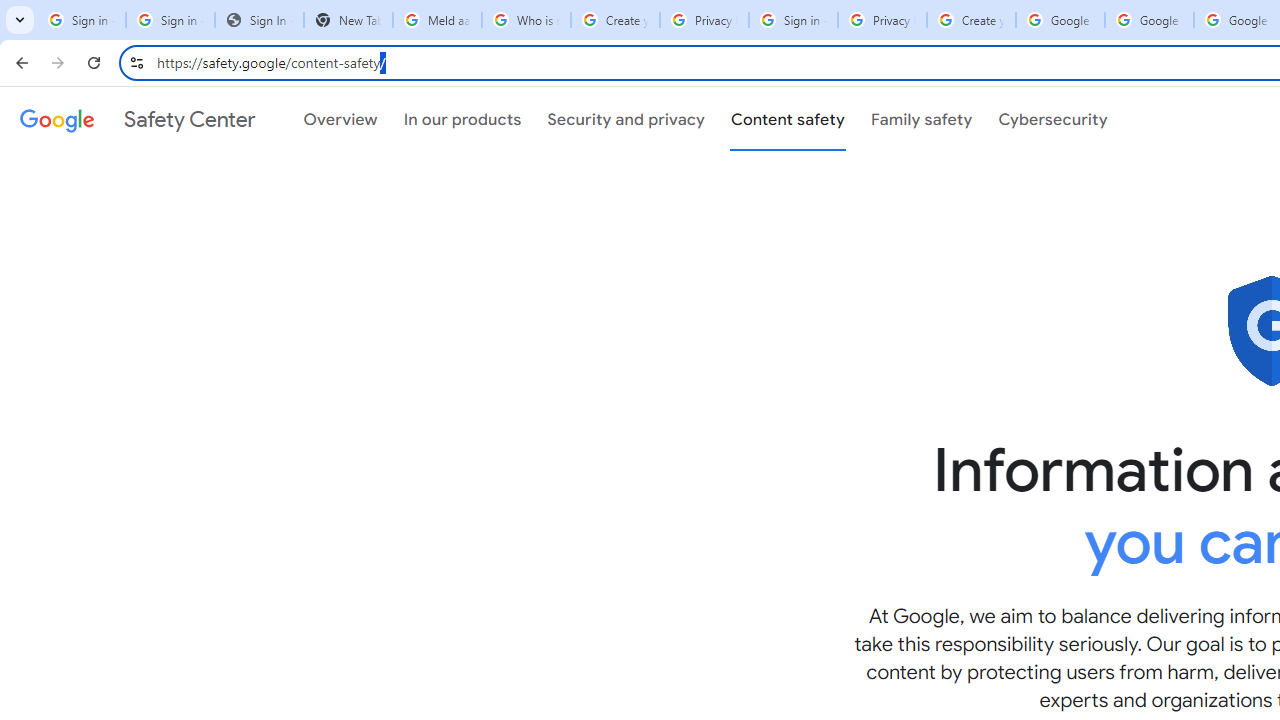 The image size is (1280, 720). What do you see at coordinates (348, 20) in the screenshot?
I see `'New Tab'` at bounding box center [348, 20].